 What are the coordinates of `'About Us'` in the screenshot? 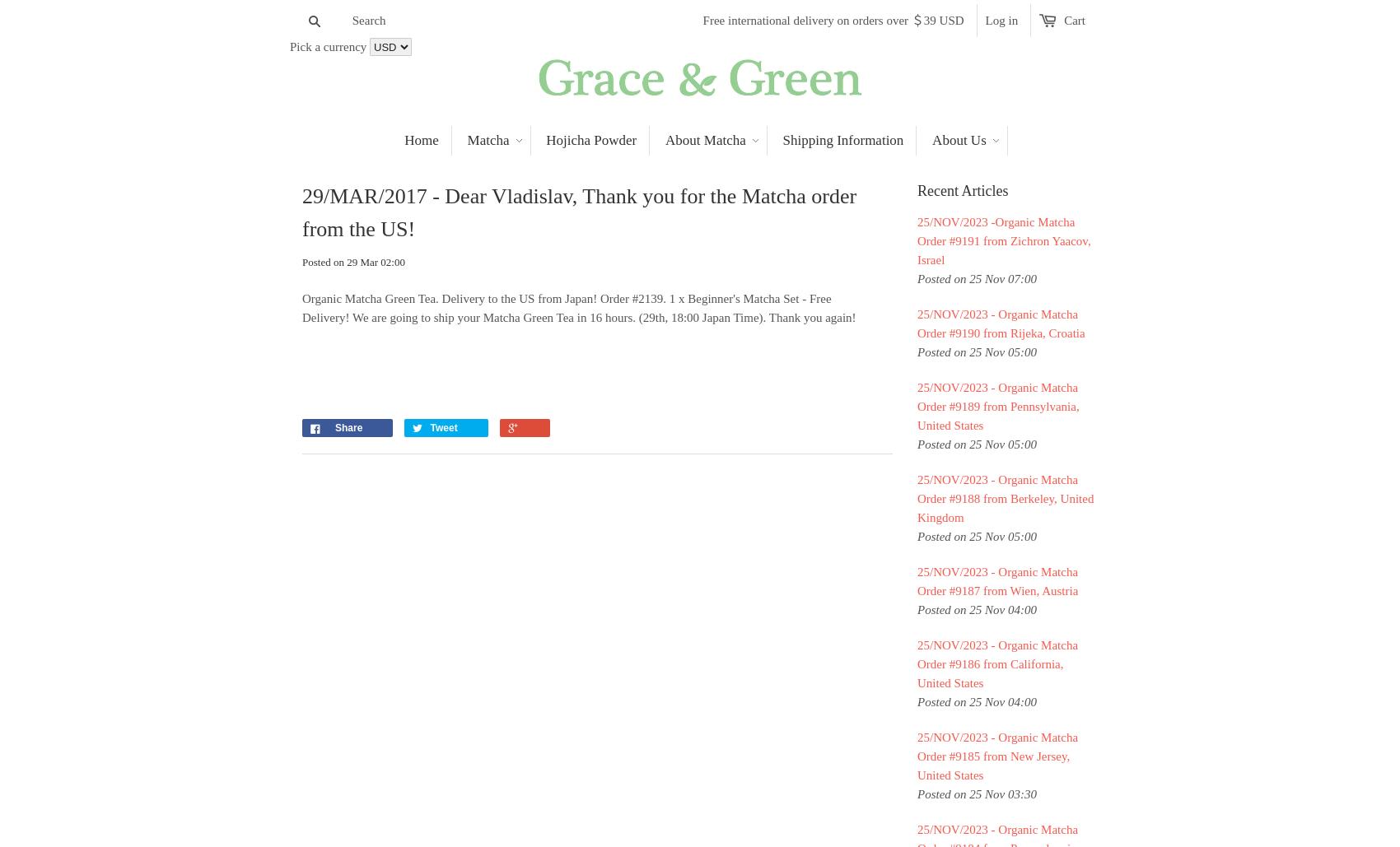 It's located at (959, 140).